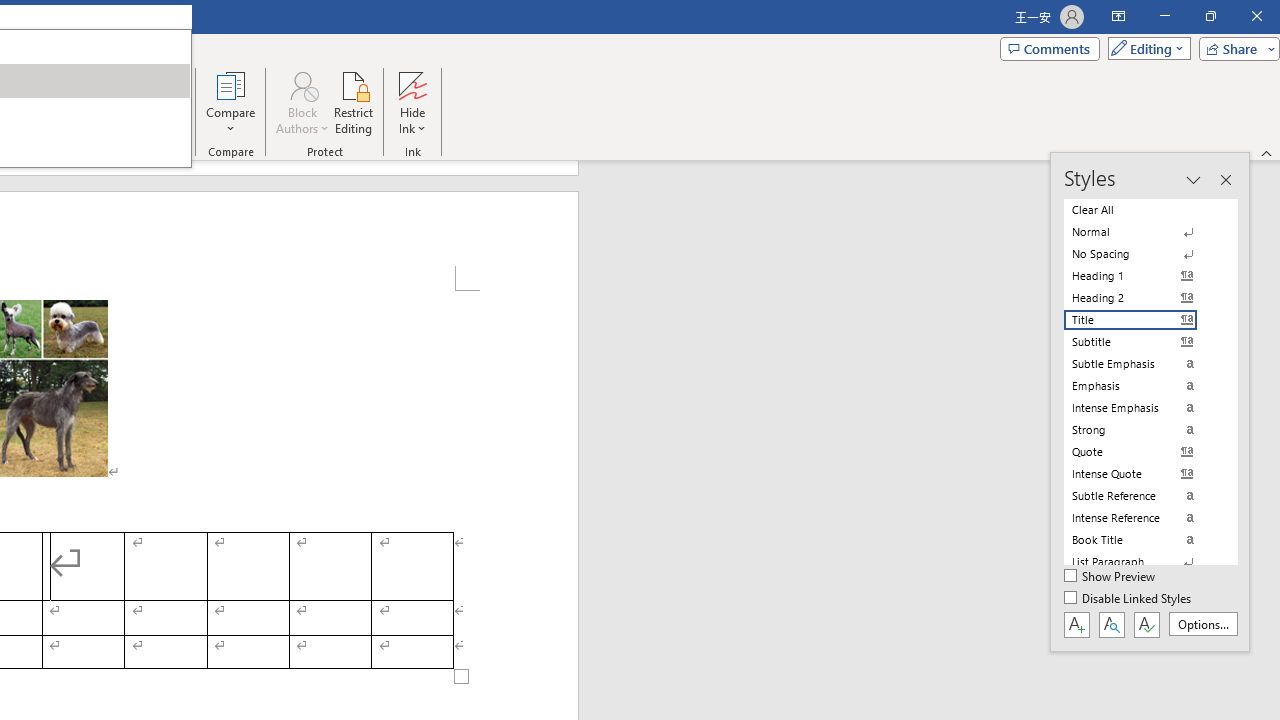 The width and height of the screenshot is (1280, 720). I want to click on 'Subtle Emphasis', so click(1142, 363).